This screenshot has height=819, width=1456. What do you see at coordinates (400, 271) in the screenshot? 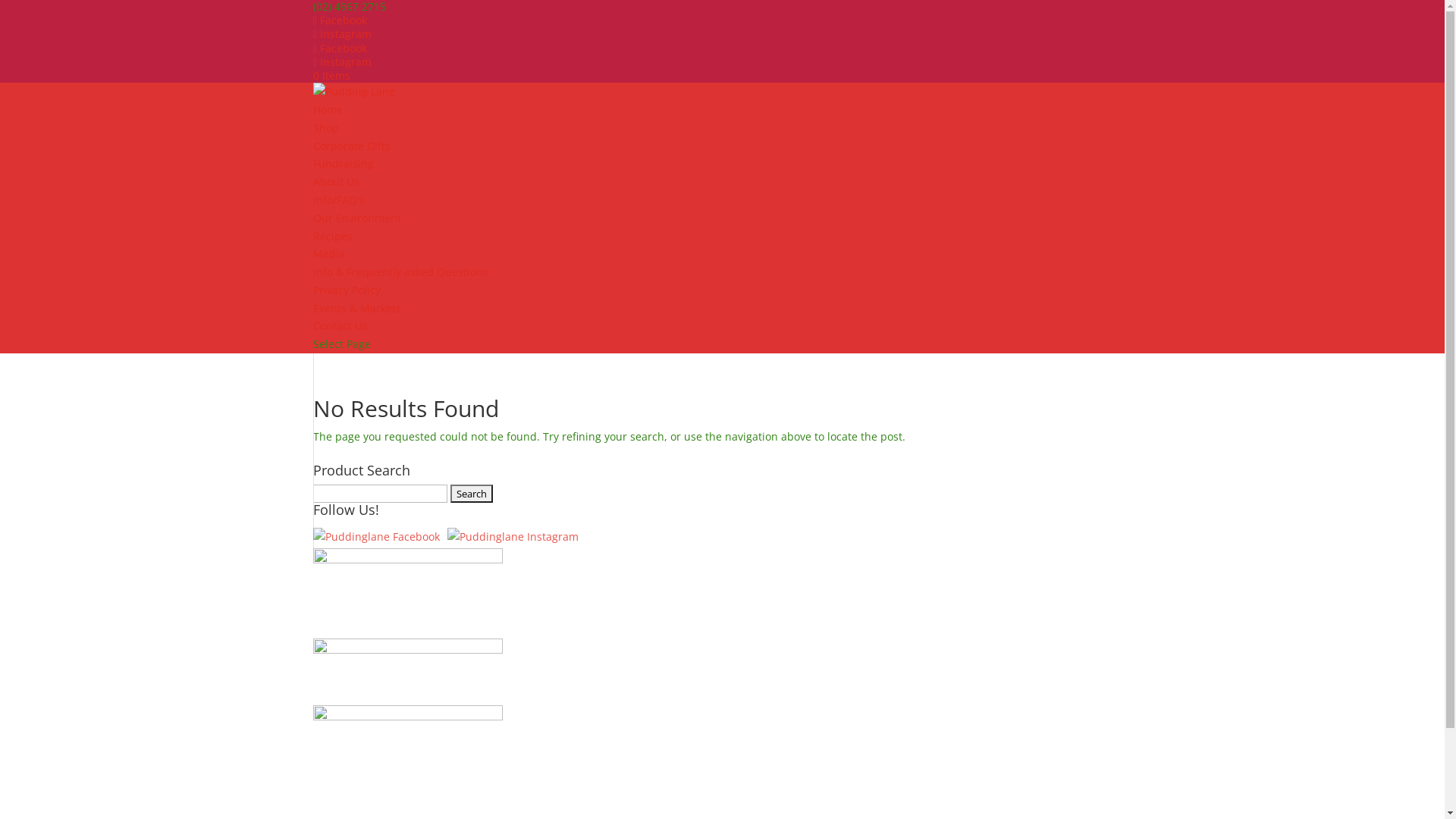
I see `'Info & Frequently asked Questions'` at bounding box center [400, 271].